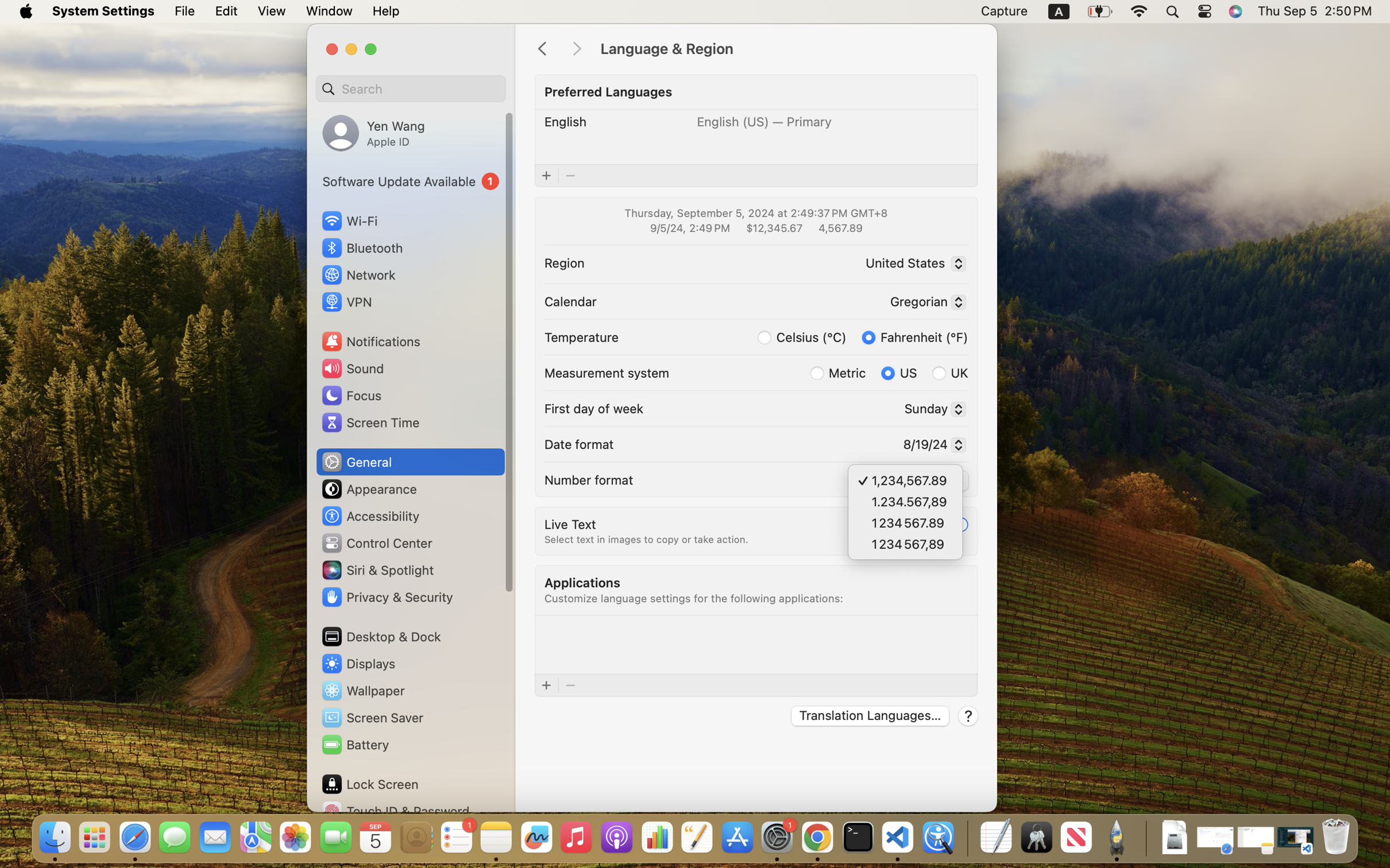 This screenshot has width=1390, height=868. I want to click on 'Temperature', so click(581, 336).